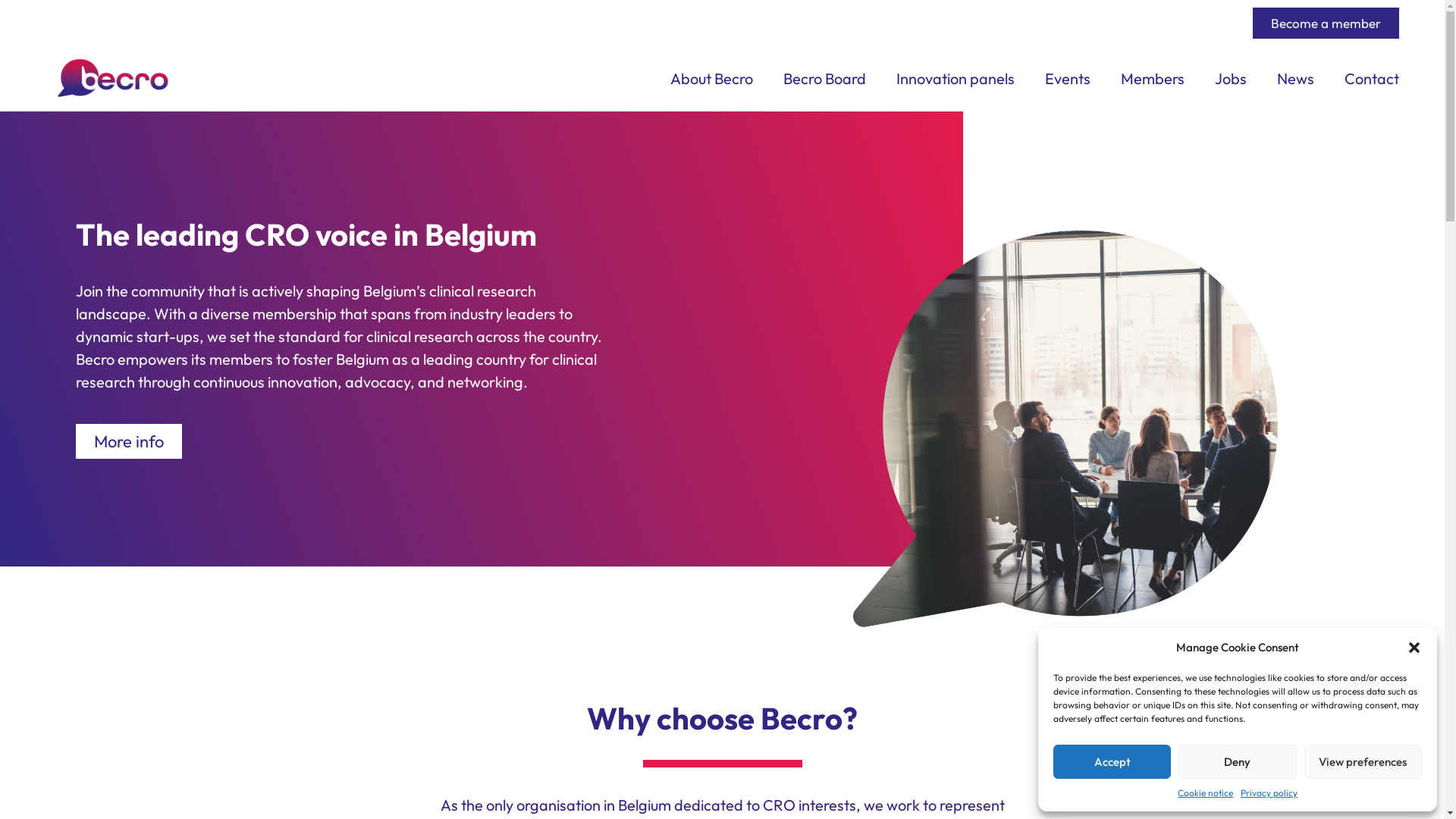  What do you see at coordinates (1269, 792) in the screenshot?
I see `'Privacy policy'` at bounding box center [1269, 792].